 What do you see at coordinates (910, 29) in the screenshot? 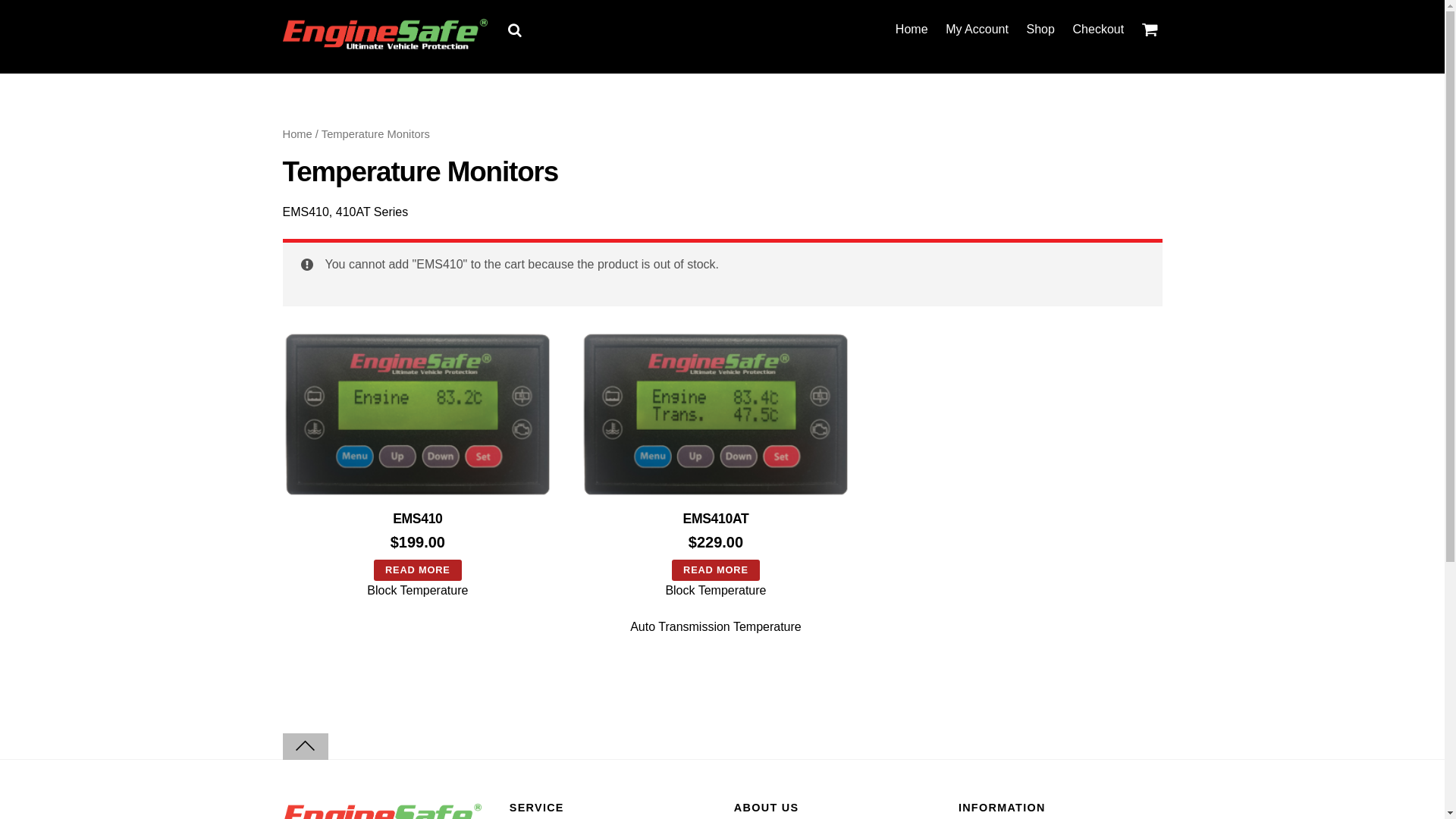
I see `'Home'` at bounding box center [910, 29].